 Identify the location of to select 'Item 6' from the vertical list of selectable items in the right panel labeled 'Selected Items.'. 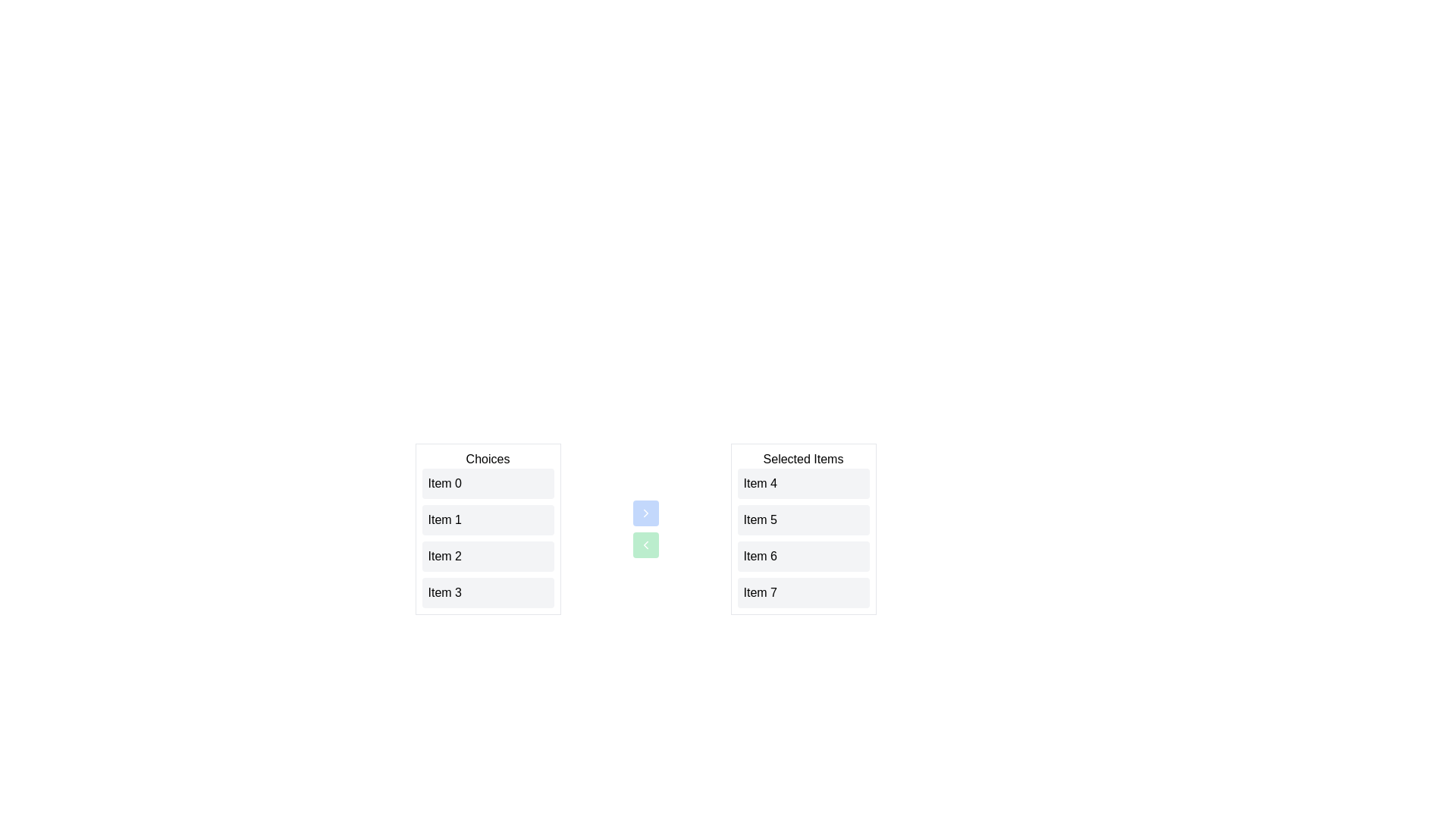
(802, 556).